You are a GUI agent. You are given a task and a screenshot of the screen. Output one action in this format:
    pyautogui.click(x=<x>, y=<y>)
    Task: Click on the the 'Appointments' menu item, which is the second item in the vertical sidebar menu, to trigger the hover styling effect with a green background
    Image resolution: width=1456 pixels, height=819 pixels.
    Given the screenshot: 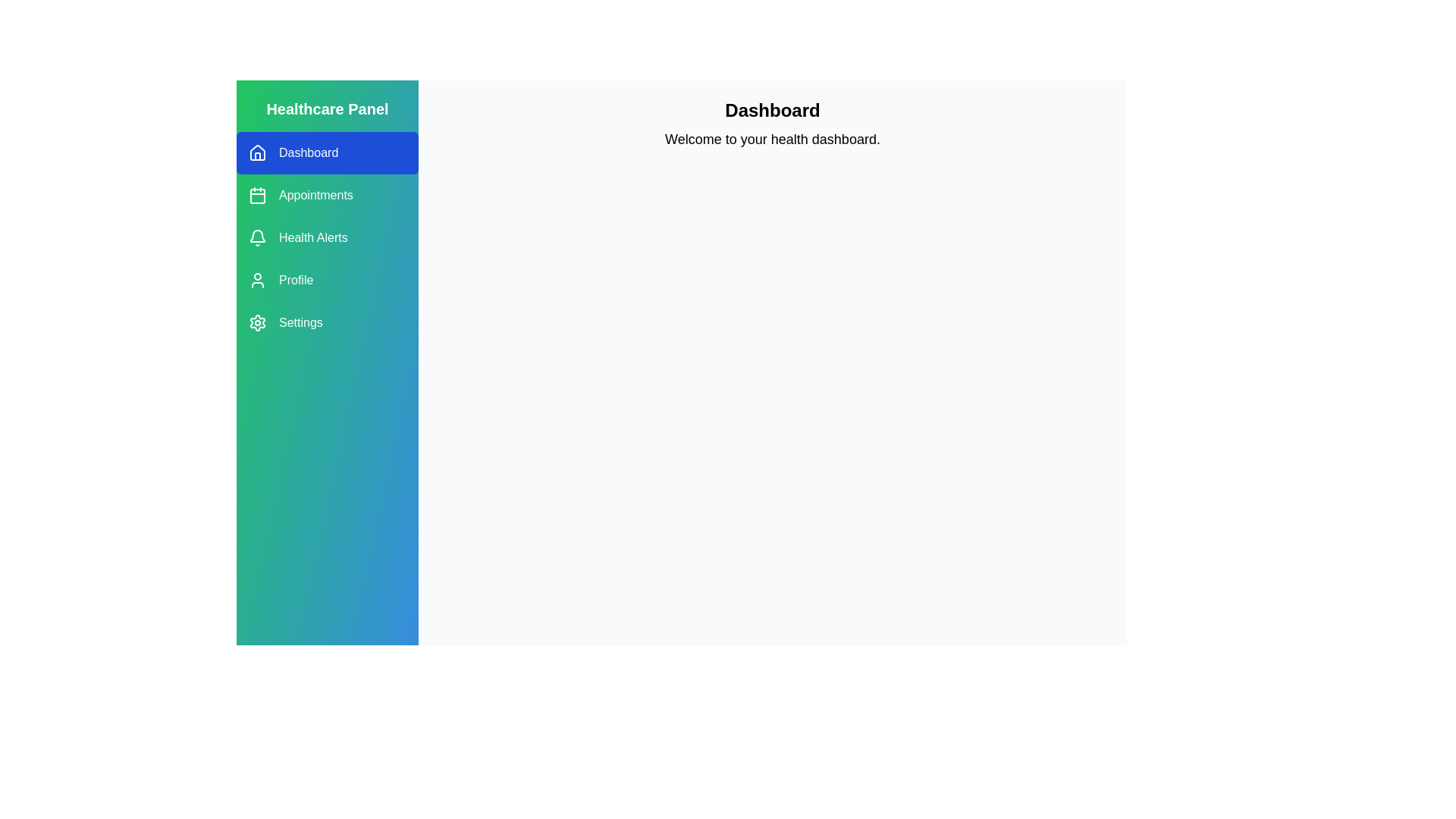 What is the action you would take?
    pyautogui.click(x=327, y=195)
    